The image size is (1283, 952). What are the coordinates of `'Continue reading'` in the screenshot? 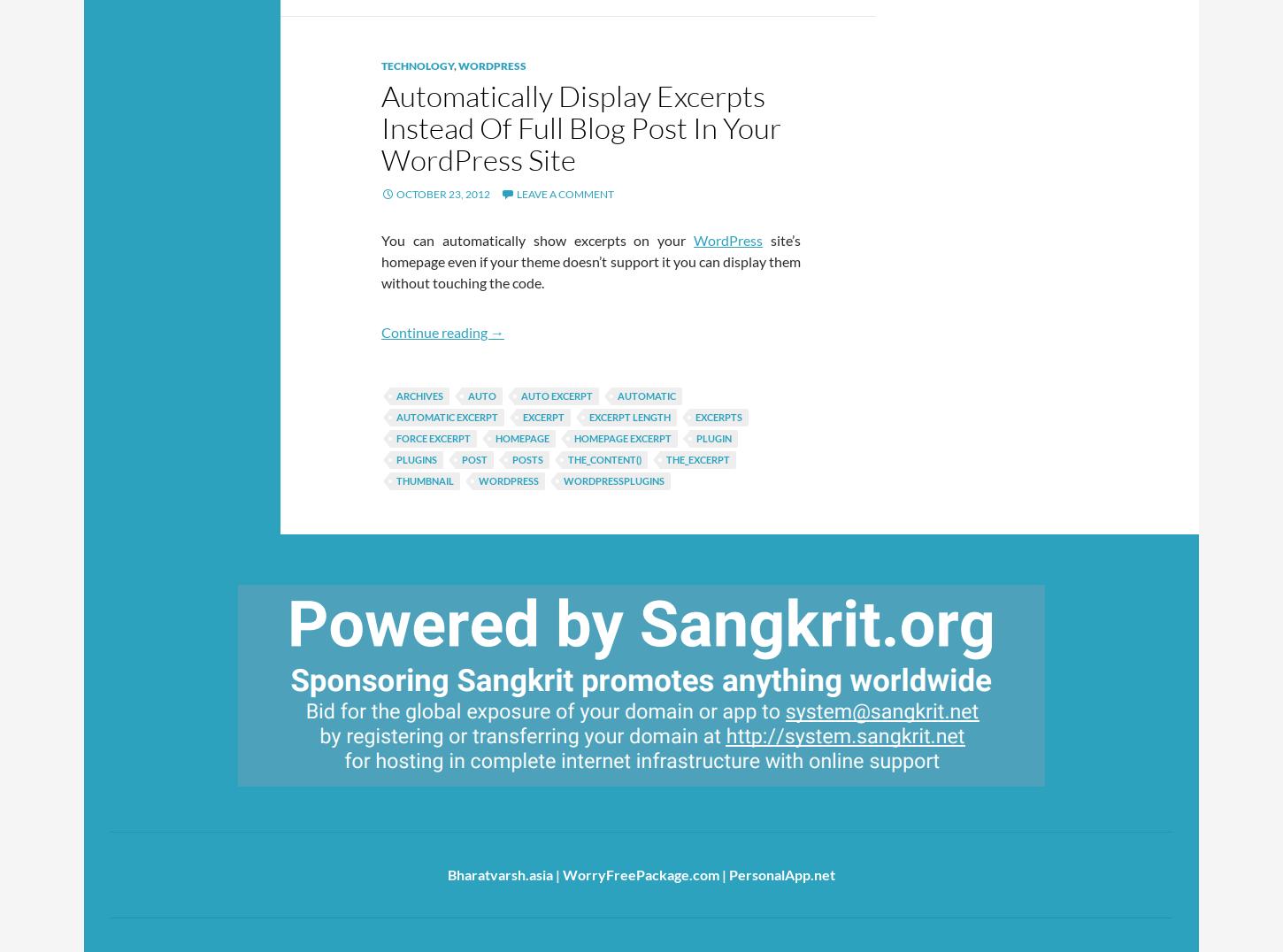 It's located at (435, 331).